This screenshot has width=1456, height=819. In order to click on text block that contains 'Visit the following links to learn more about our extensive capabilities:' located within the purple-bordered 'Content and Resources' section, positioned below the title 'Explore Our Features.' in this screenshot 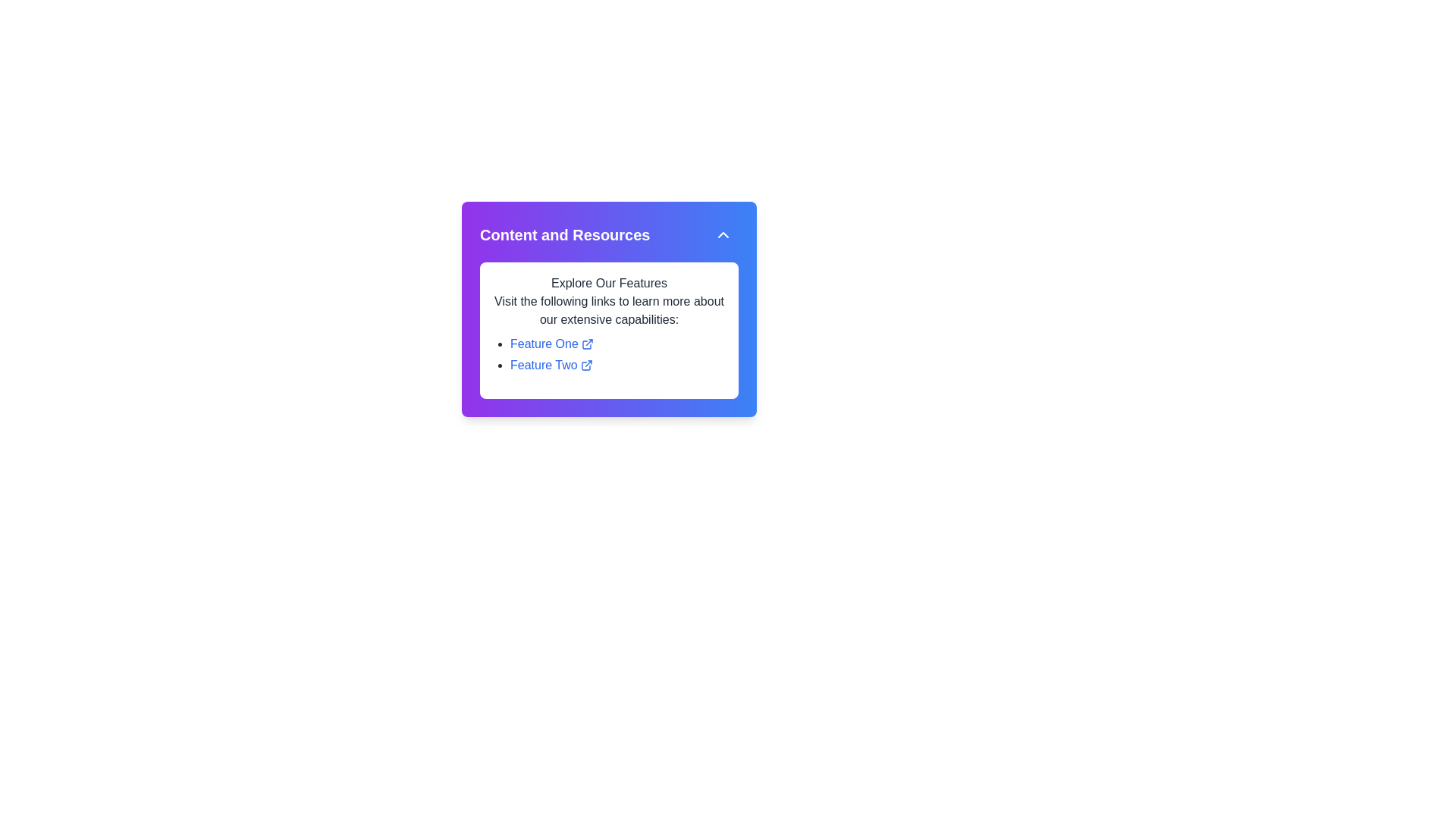, I will do `click(609, 309)`.